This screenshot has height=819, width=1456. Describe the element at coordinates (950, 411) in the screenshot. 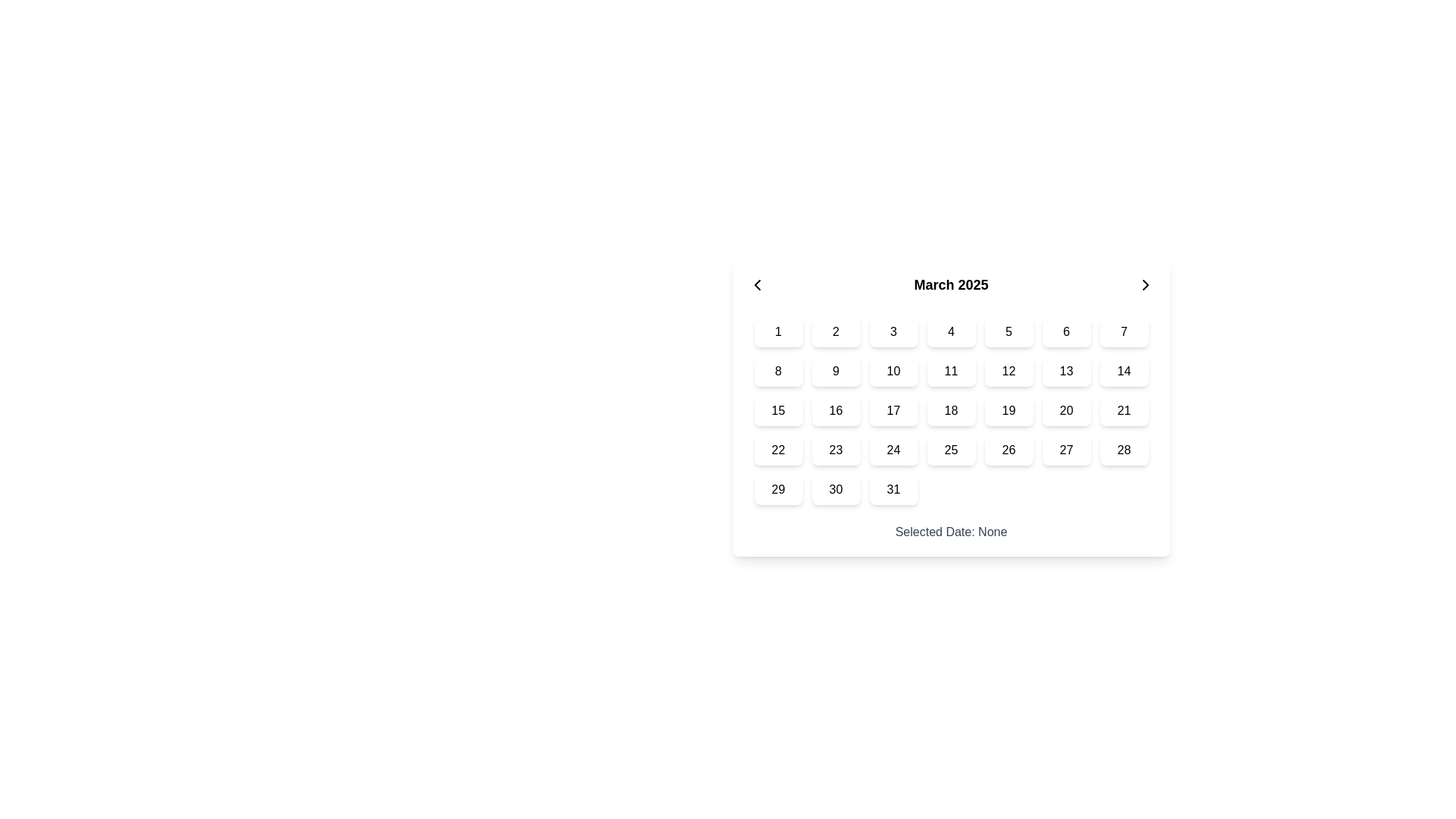

I see `the rounded rectangular button labeled '18' in the calendar grid located in the 3rd row and 4th column` at that location.